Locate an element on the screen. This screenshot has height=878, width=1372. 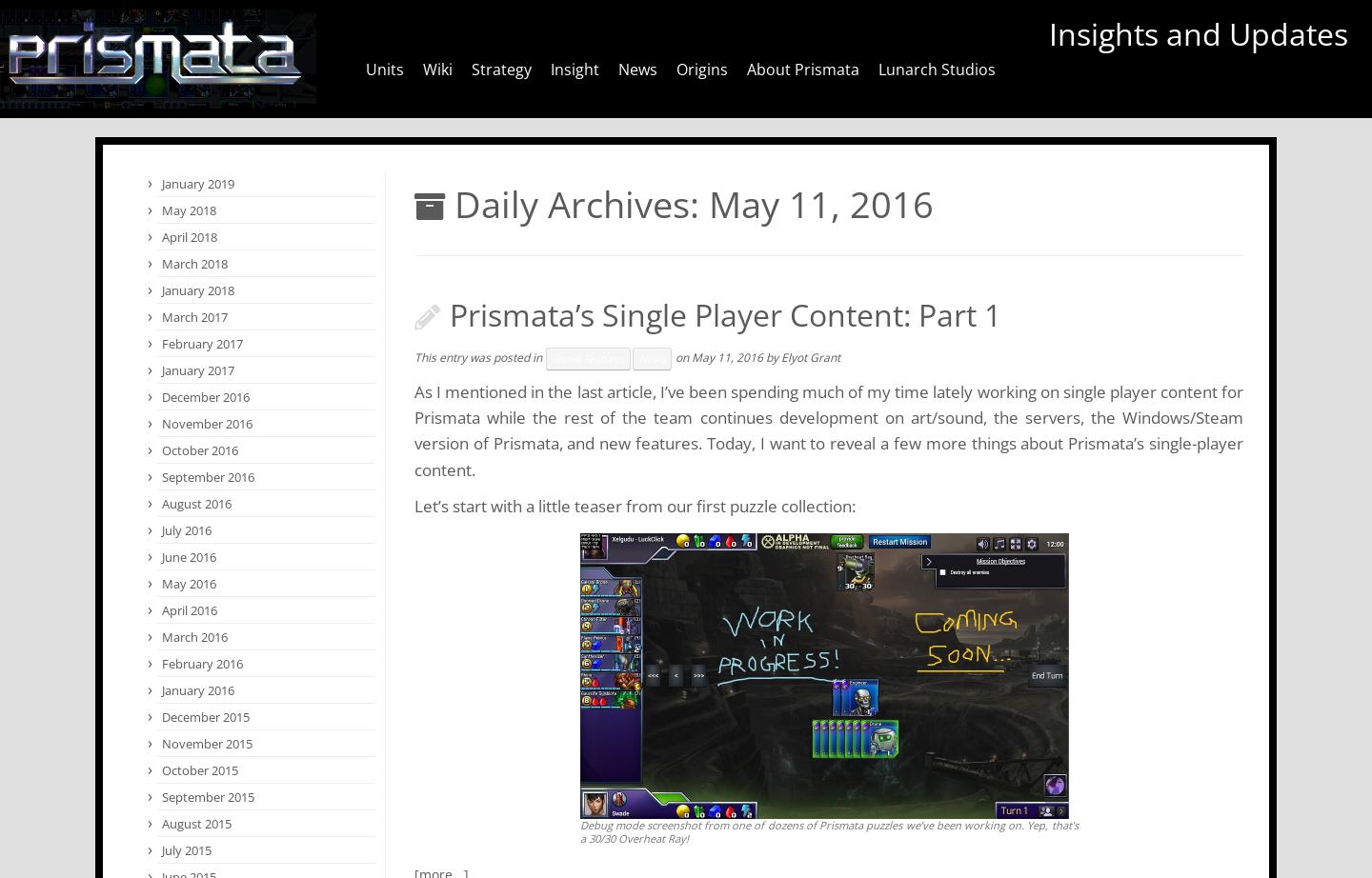
'August 2016' is located at coordinates (196, 504).